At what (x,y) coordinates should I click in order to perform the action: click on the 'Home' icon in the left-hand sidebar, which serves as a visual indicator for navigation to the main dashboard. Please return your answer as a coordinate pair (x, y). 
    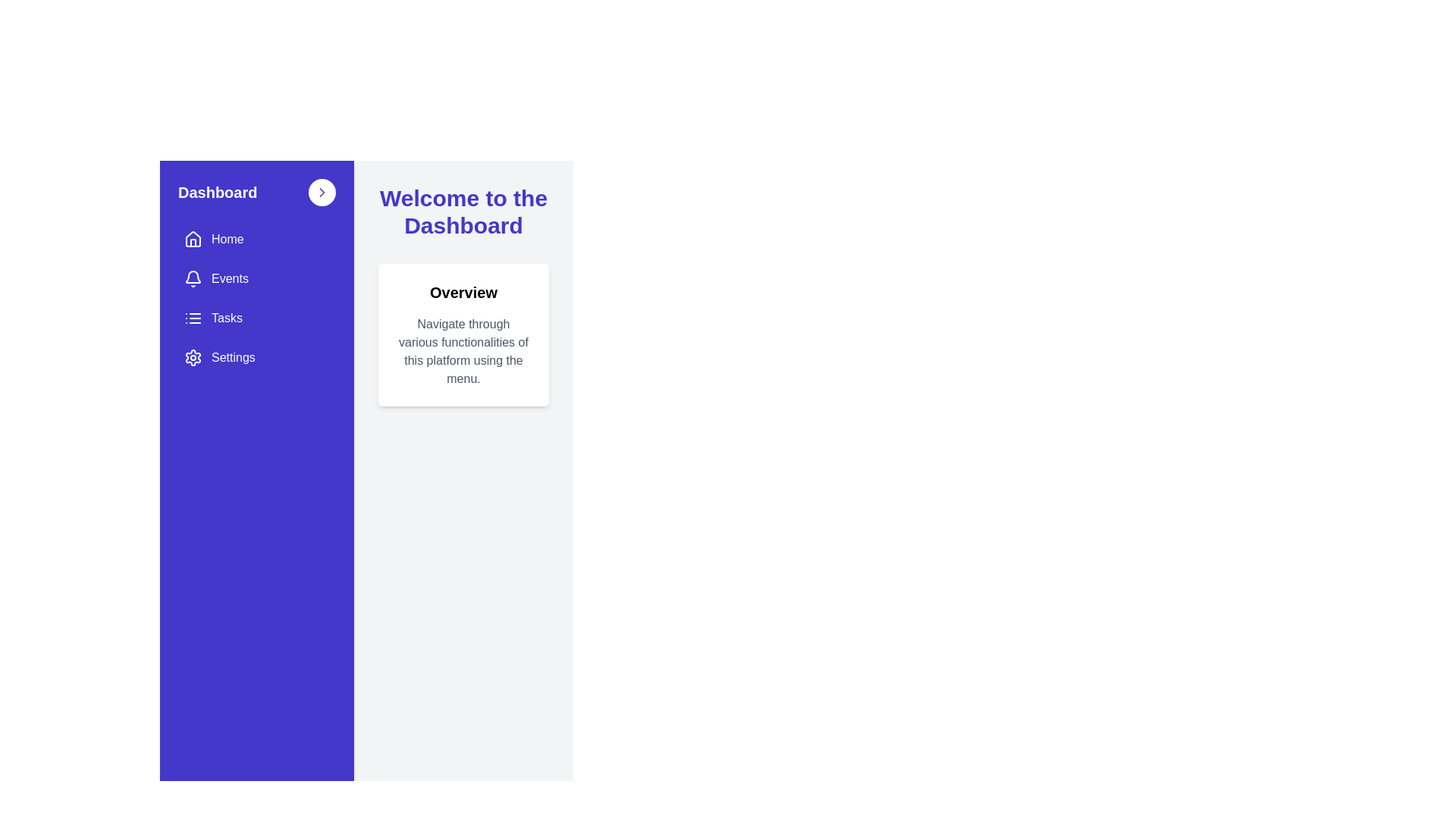
    Looking at the image, I should click on (192, 239).